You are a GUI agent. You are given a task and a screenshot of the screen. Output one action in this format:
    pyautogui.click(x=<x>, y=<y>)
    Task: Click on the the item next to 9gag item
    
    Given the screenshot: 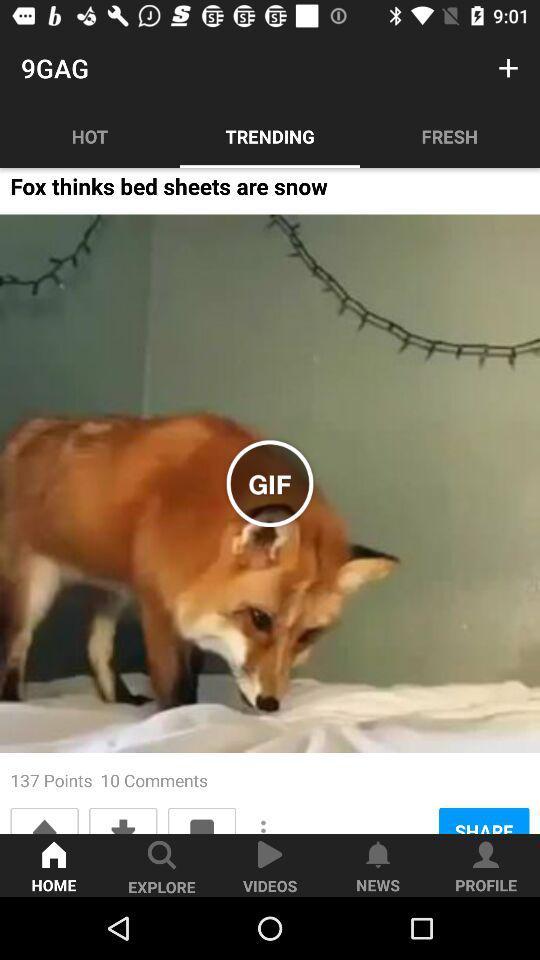 What is the action you would take?
    pyautogui.click(x=508, y=68)
    